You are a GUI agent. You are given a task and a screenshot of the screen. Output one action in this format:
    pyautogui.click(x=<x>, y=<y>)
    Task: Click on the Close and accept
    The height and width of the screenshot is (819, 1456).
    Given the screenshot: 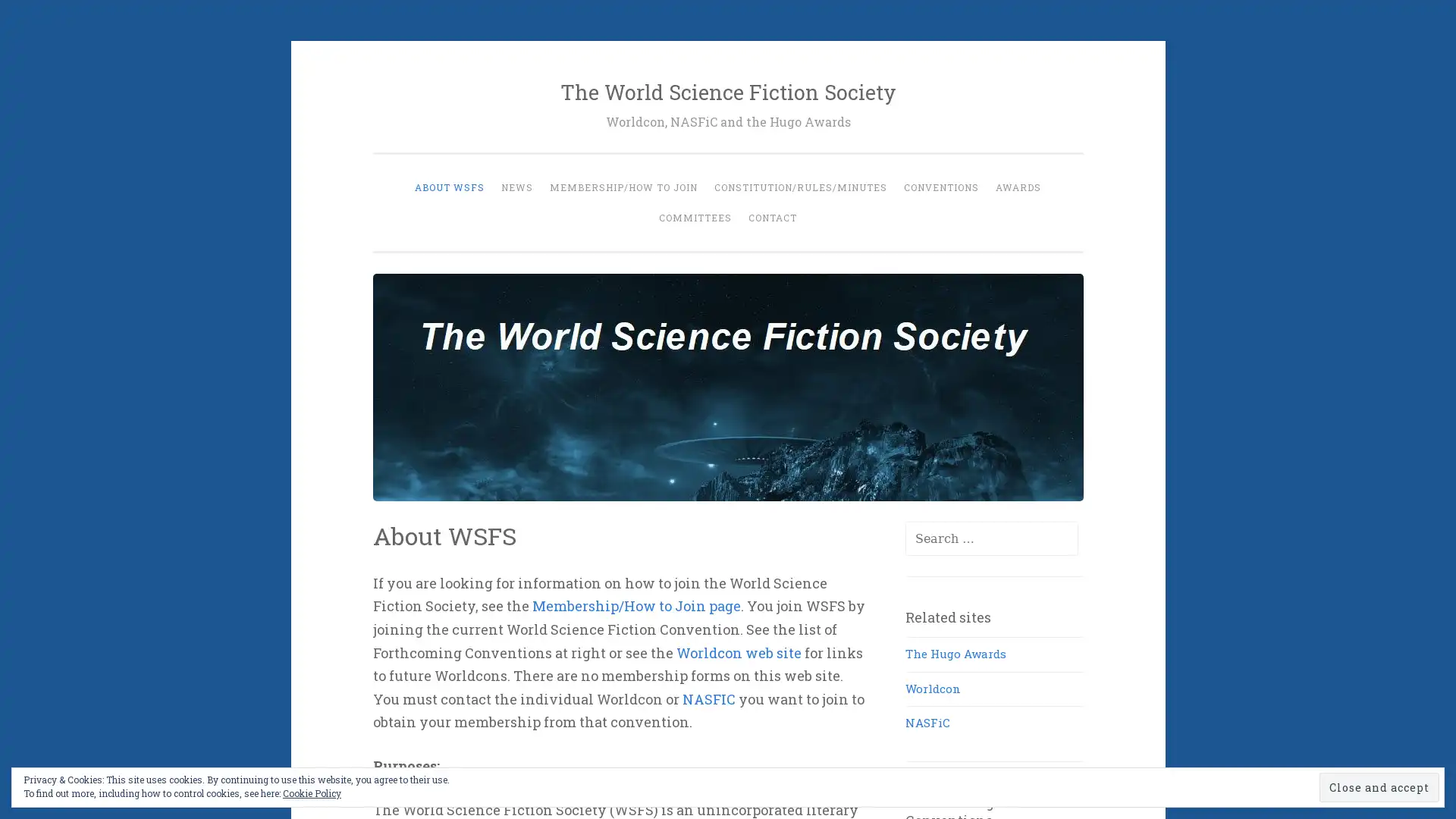 What is the action you would take?
    pyautogui.click(x=1379, y=786)
    